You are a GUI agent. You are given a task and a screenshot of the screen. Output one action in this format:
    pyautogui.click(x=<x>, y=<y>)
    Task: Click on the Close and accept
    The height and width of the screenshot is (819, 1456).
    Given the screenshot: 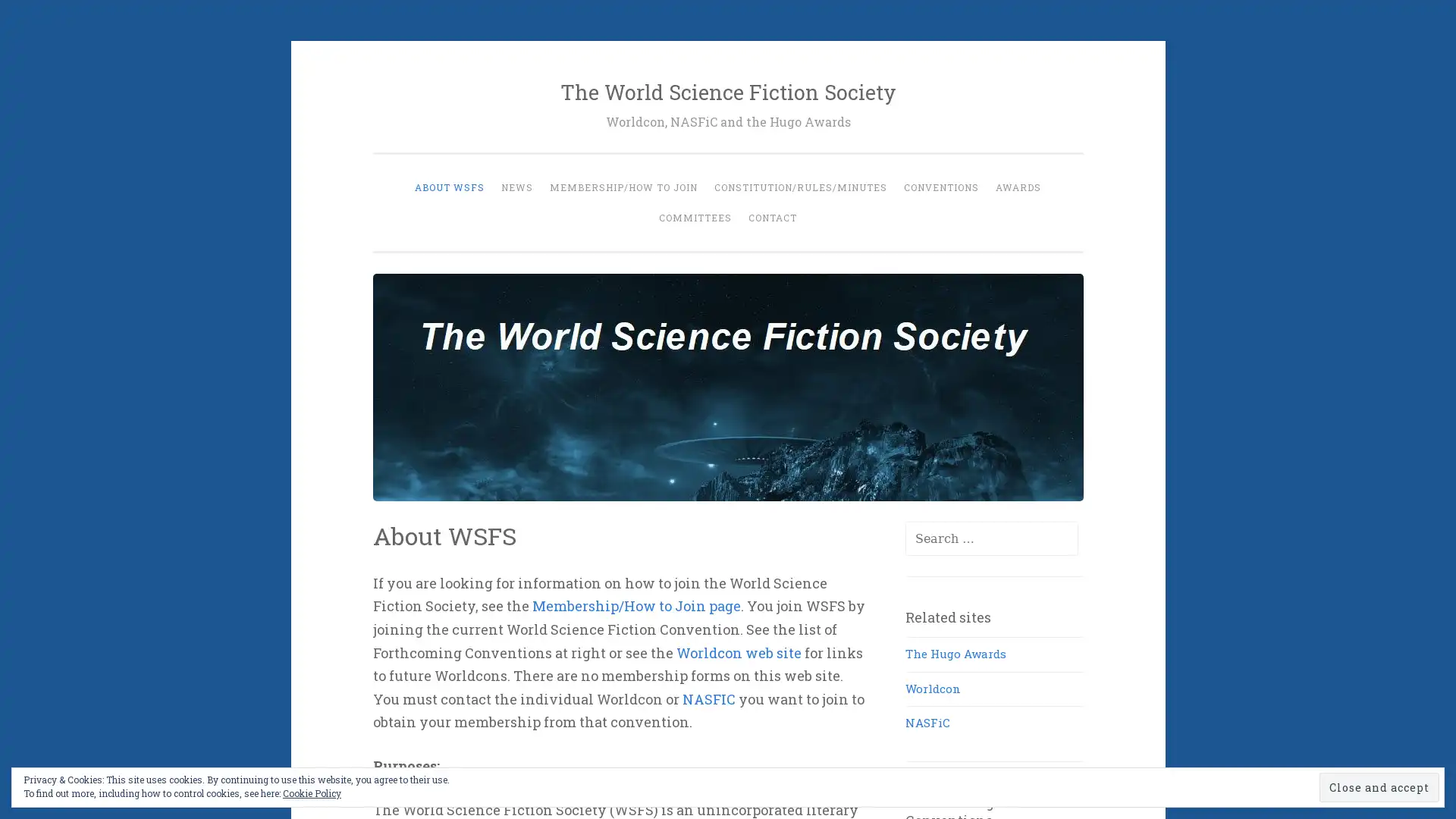 What is the action you would take?
    pyautogui.click(x=1379, y=786)
    